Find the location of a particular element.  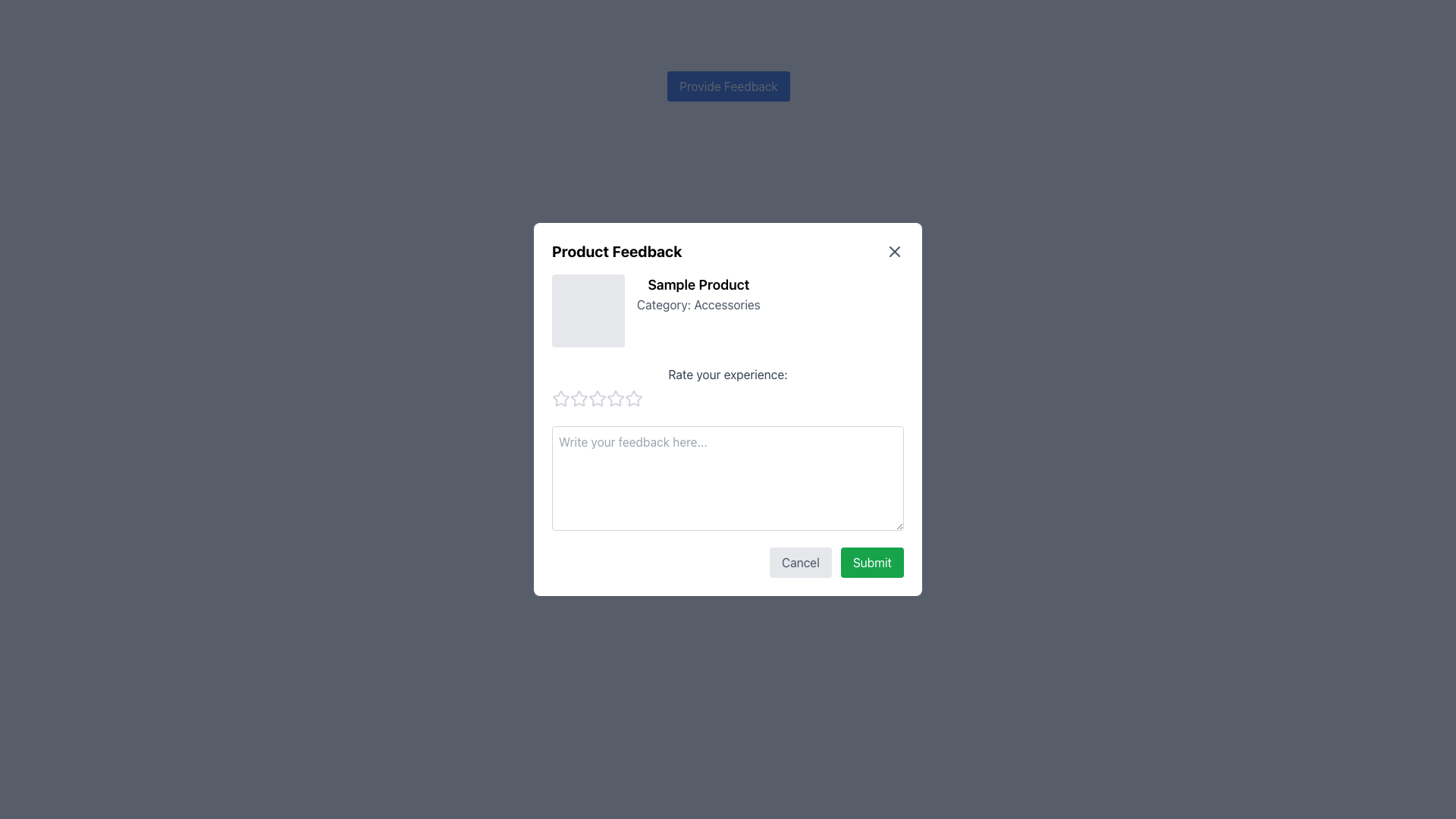

the first Interactive Rating Star Icon in the horizontal sequence is located at coordinates (578, 397).